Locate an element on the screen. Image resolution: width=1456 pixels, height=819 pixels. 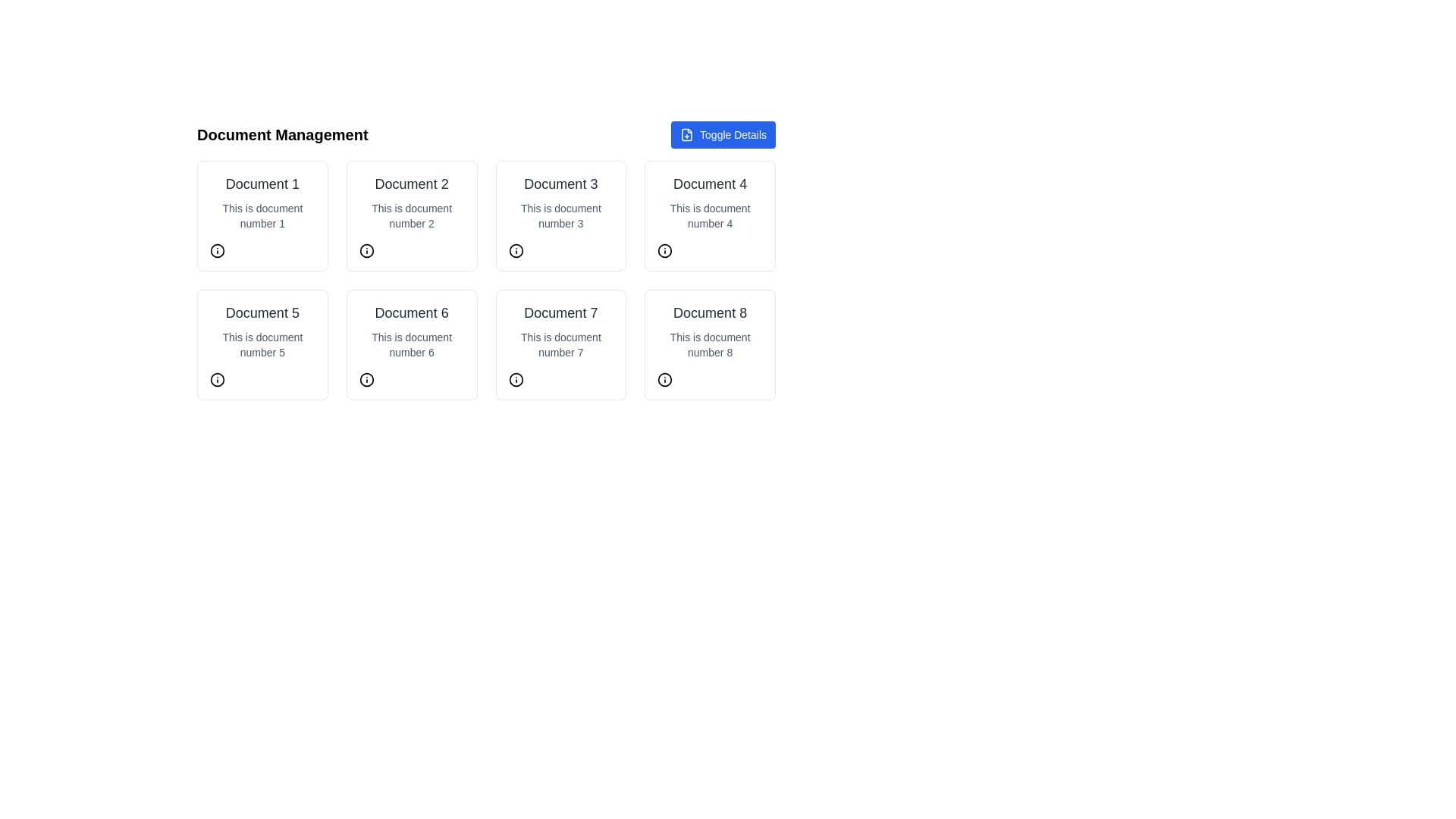
the outermost circle graphical element that enhances the info icon at the bottom-right corner of the 'Document 6' card is located at coordinates (366, 379).